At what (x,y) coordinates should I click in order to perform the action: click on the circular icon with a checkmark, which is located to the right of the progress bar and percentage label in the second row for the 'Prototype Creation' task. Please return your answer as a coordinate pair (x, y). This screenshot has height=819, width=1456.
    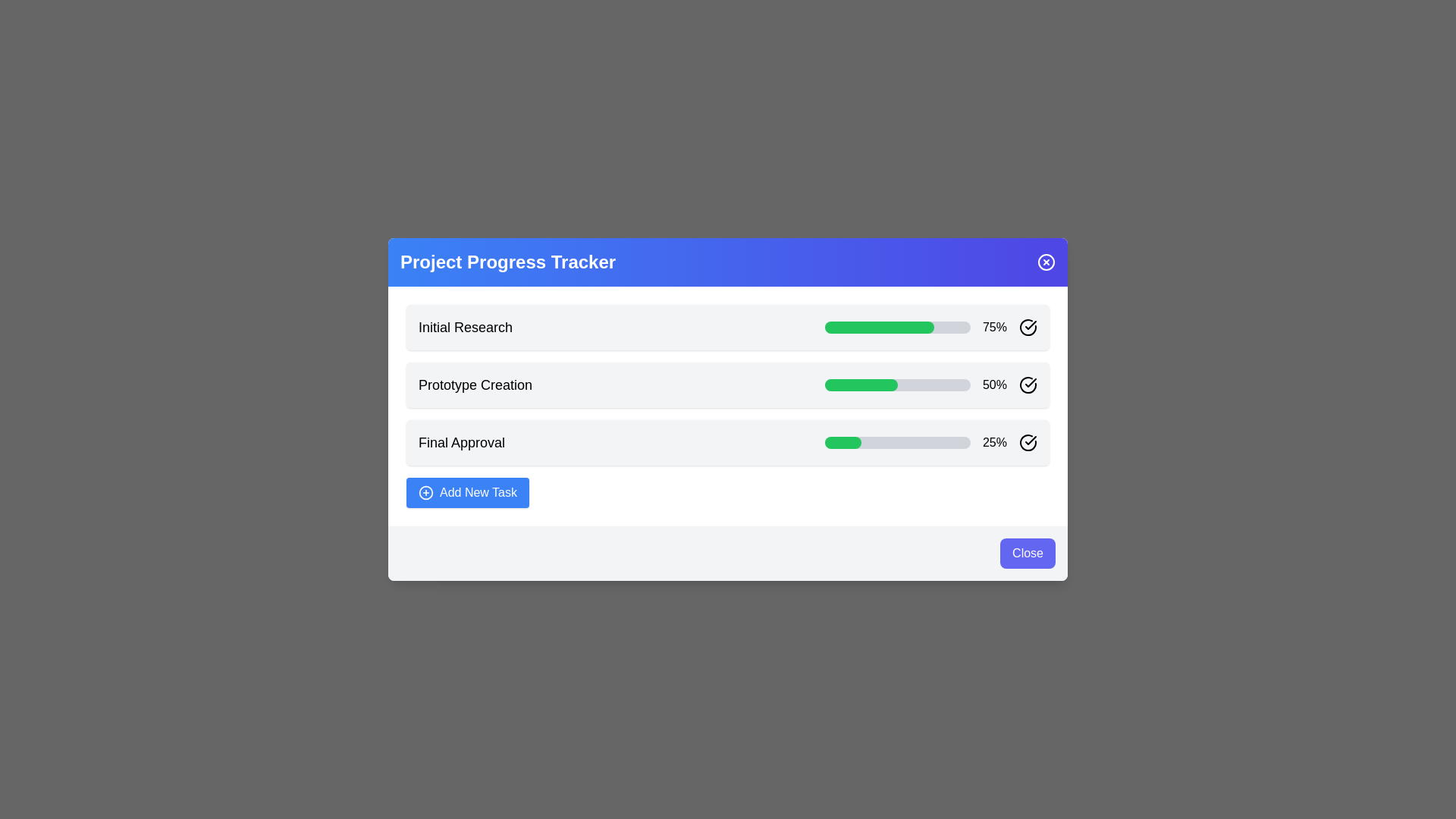
    Looking at the image, I should click on (1028, 327).